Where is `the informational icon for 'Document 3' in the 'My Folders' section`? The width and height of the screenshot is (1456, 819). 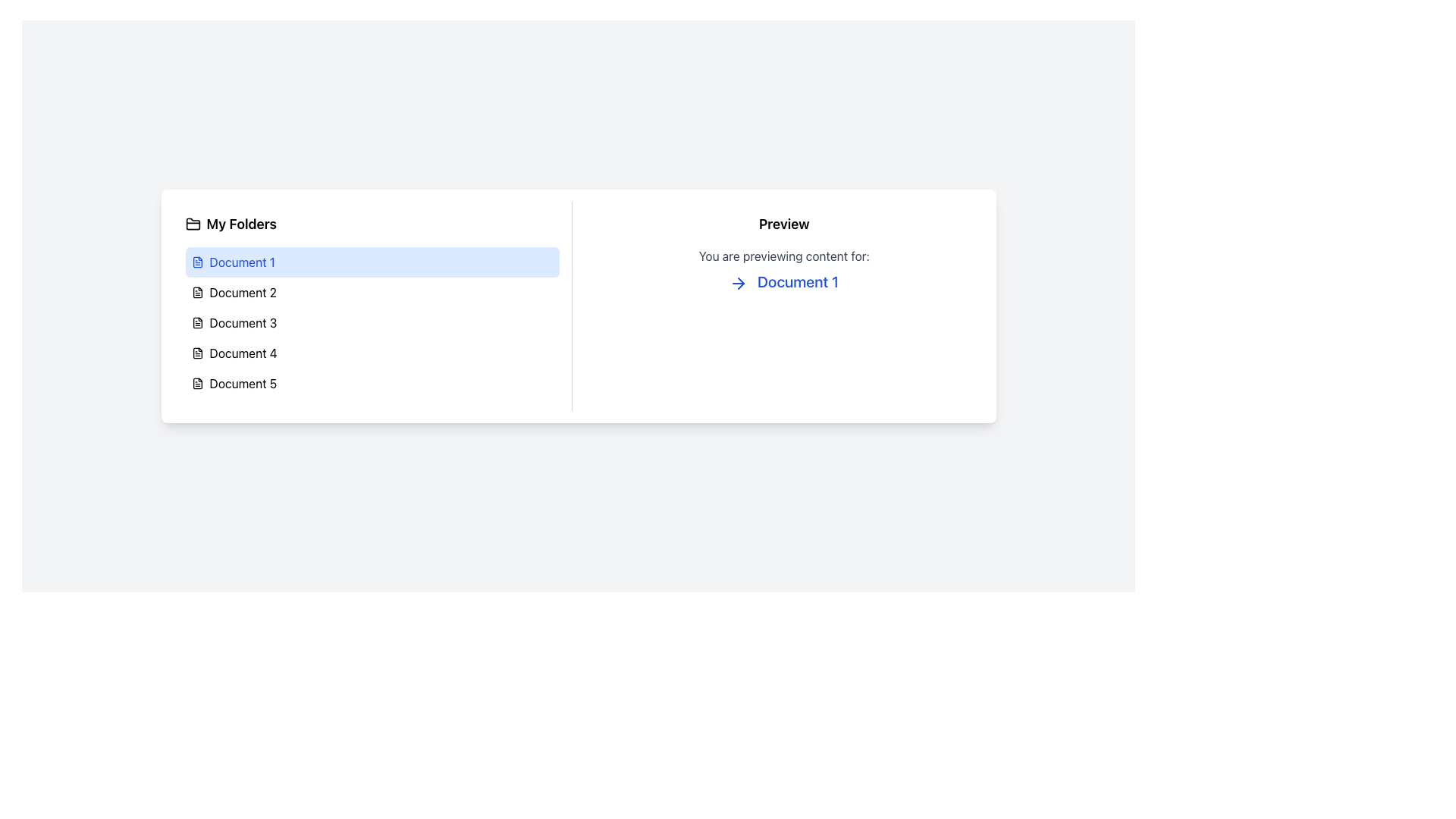
the informational icon for 'Document 3' in the 'My Folders' section is located at coordinates (196, 322).